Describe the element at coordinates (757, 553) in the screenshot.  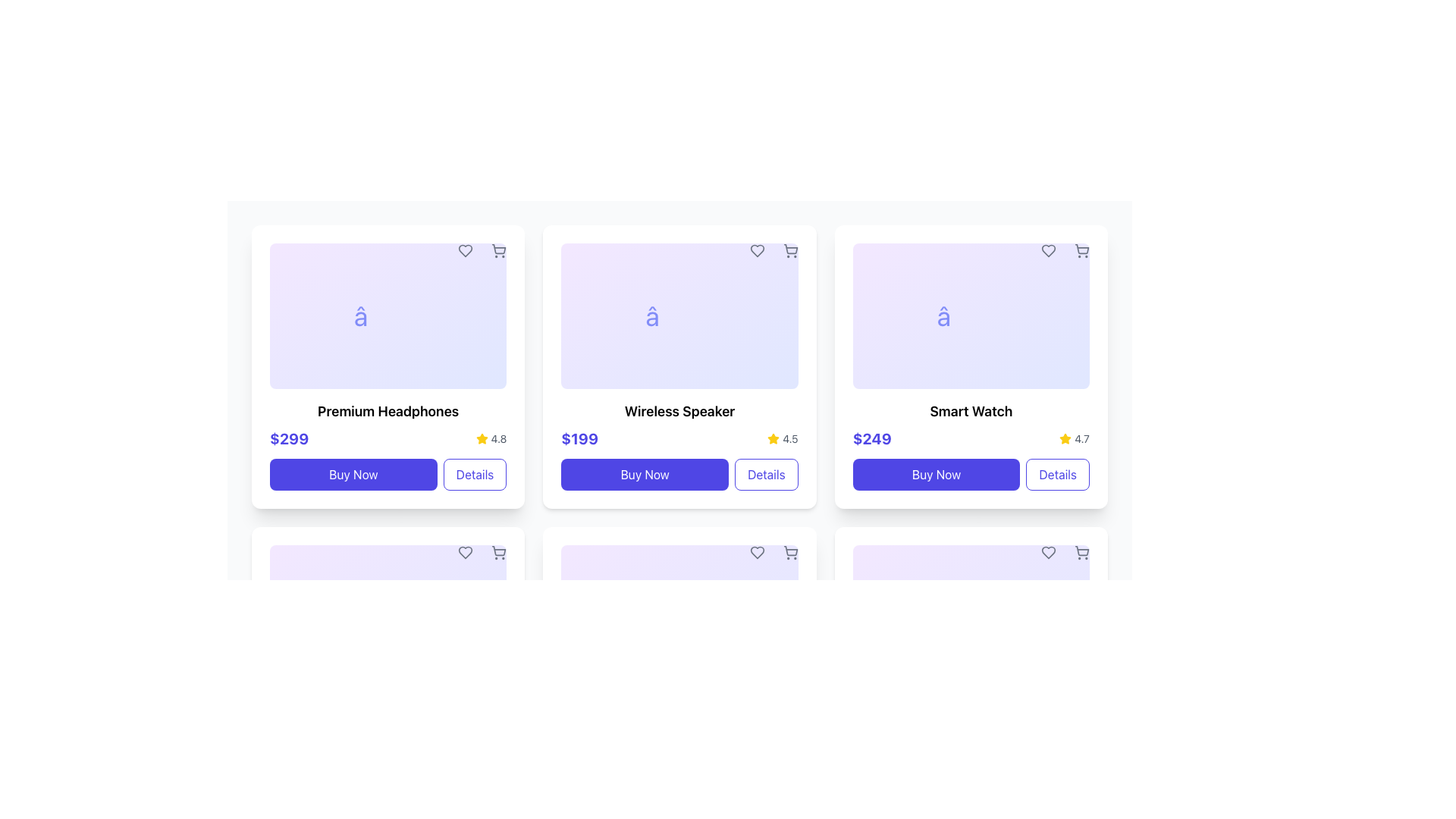
I see `the heart-shaped wishlist icon located in the upper-right corner of the 'Wireless Speaker' card` at that location.